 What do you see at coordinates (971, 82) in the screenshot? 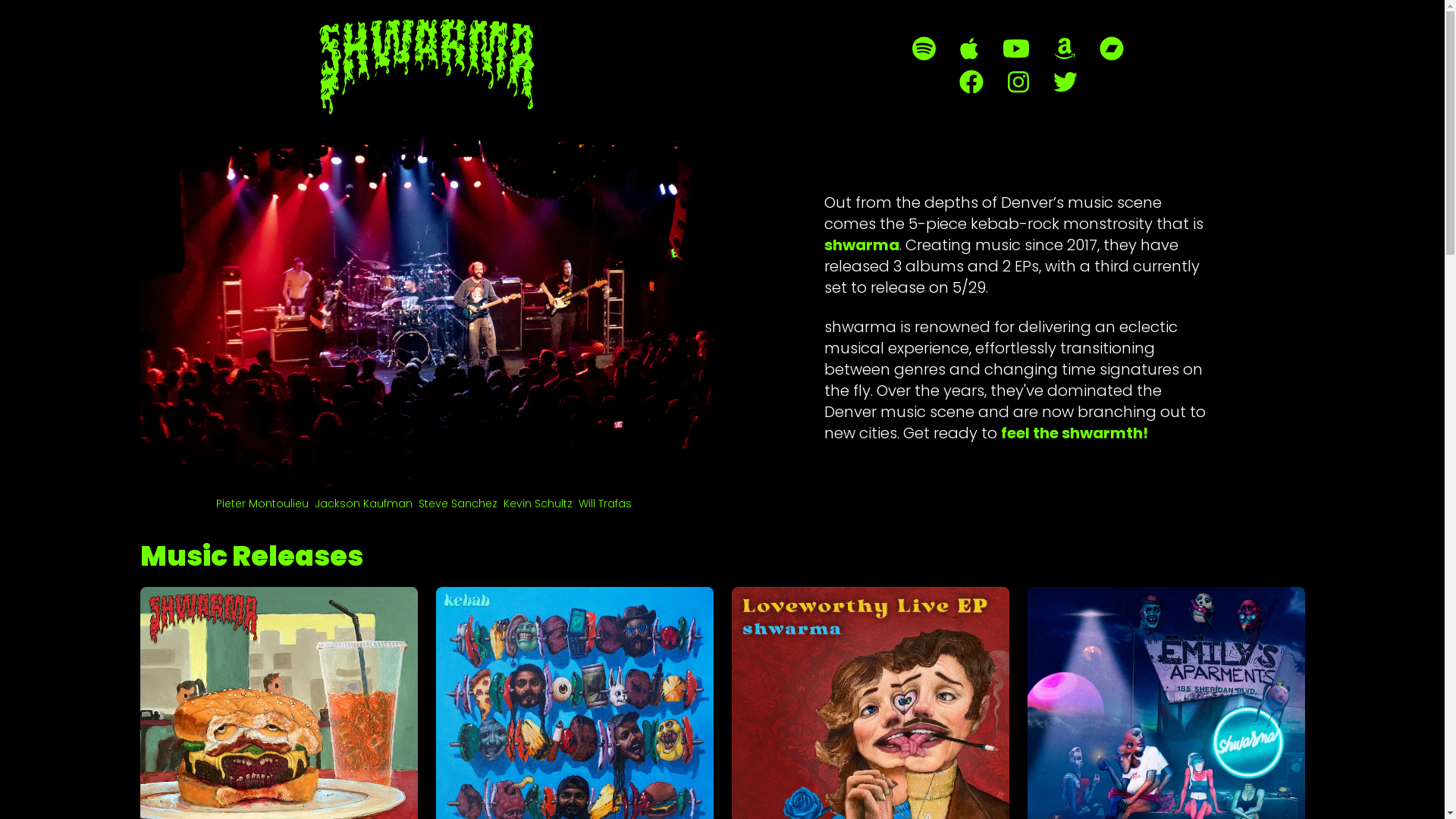
I see `'Facebook'` at bounding box center [971, 82].